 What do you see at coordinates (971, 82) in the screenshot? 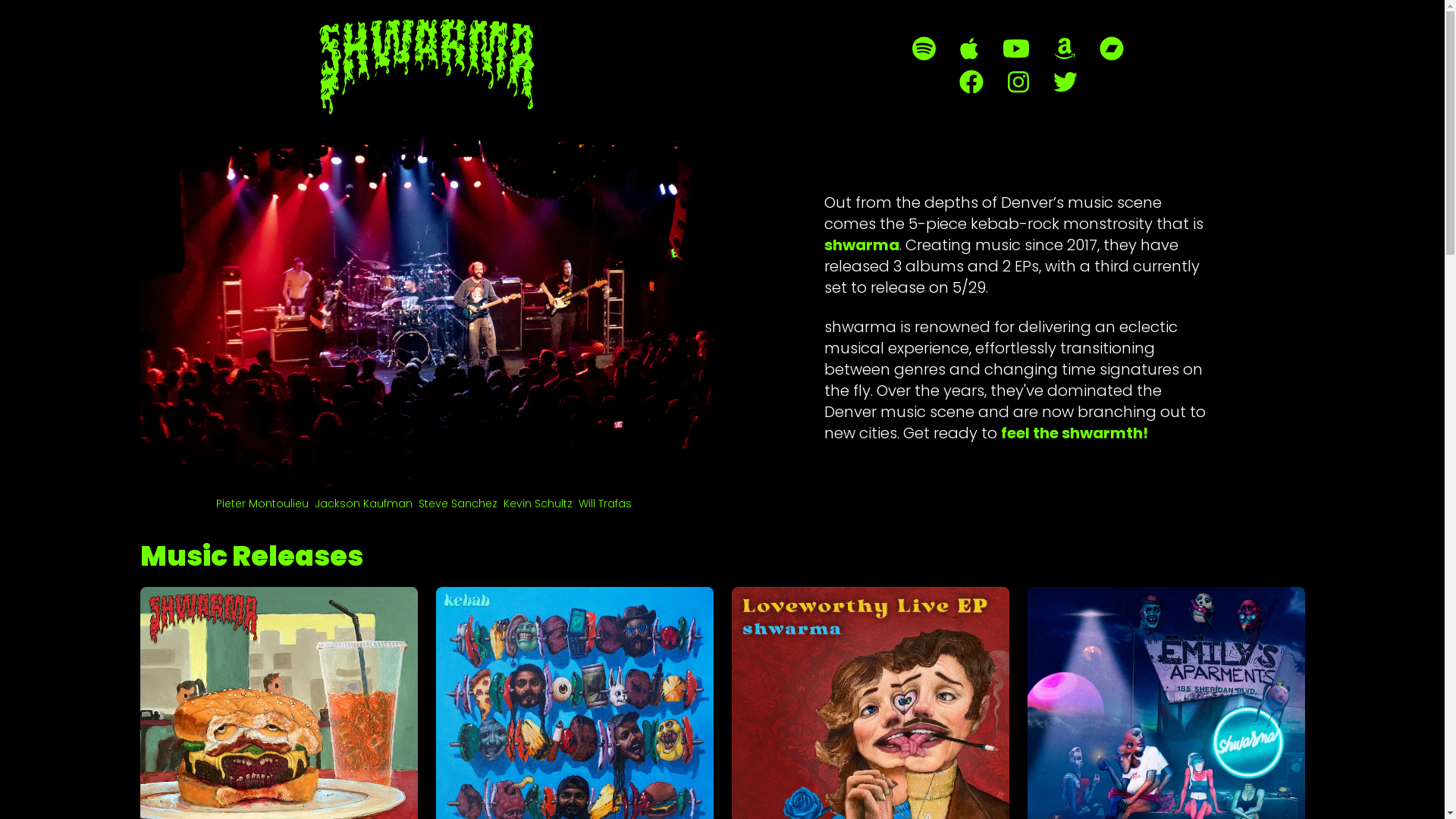
I see `'Facebook'` at bounding box center [971, 82].